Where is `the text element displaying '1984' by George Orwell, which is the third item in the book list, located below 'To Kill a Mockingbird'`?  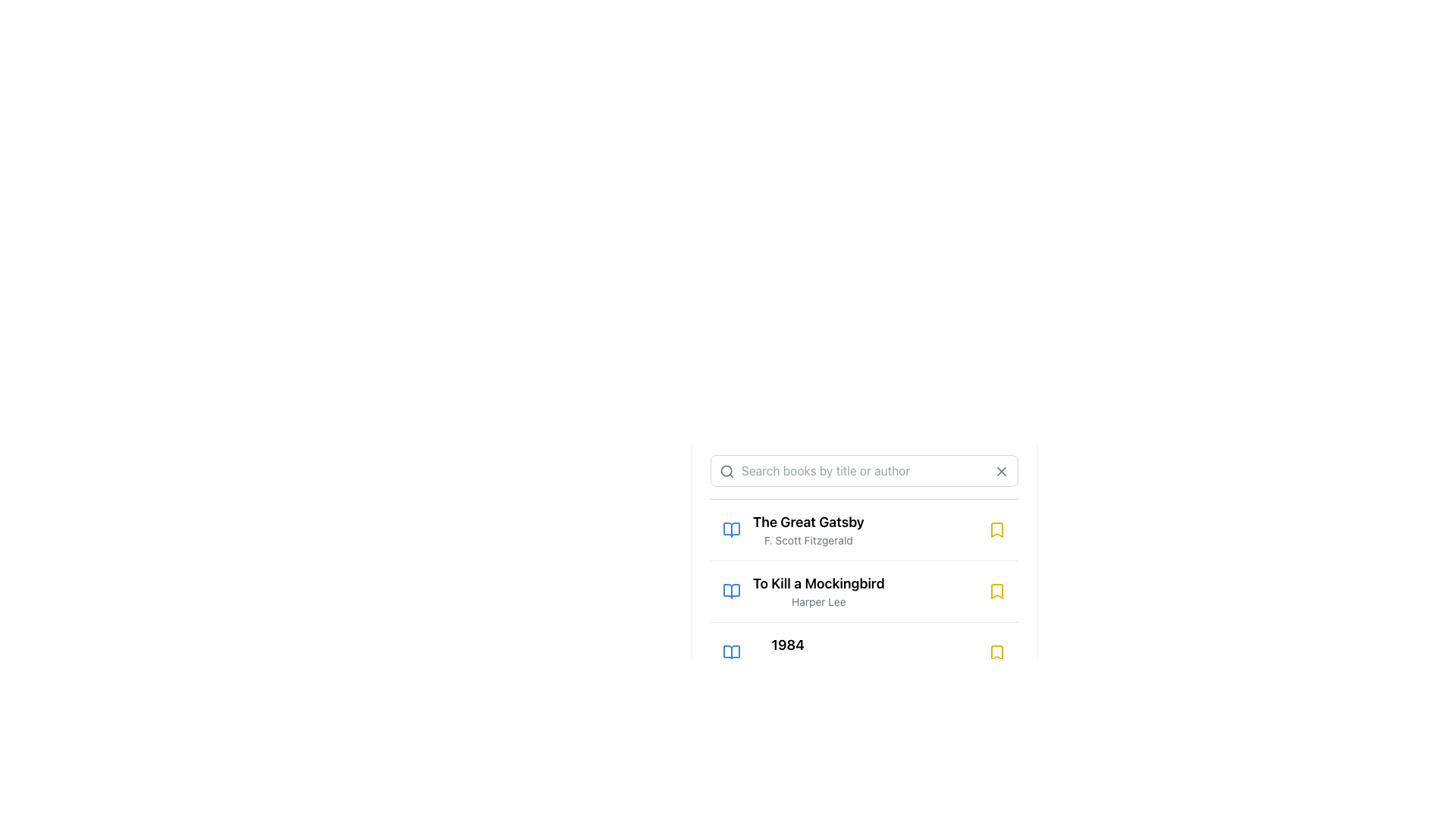
the text element displaying '1984' by George Orwell, which is the third item in the book list, located below 'To Kill a Mockingbird' is located at coordinates (787, 651).